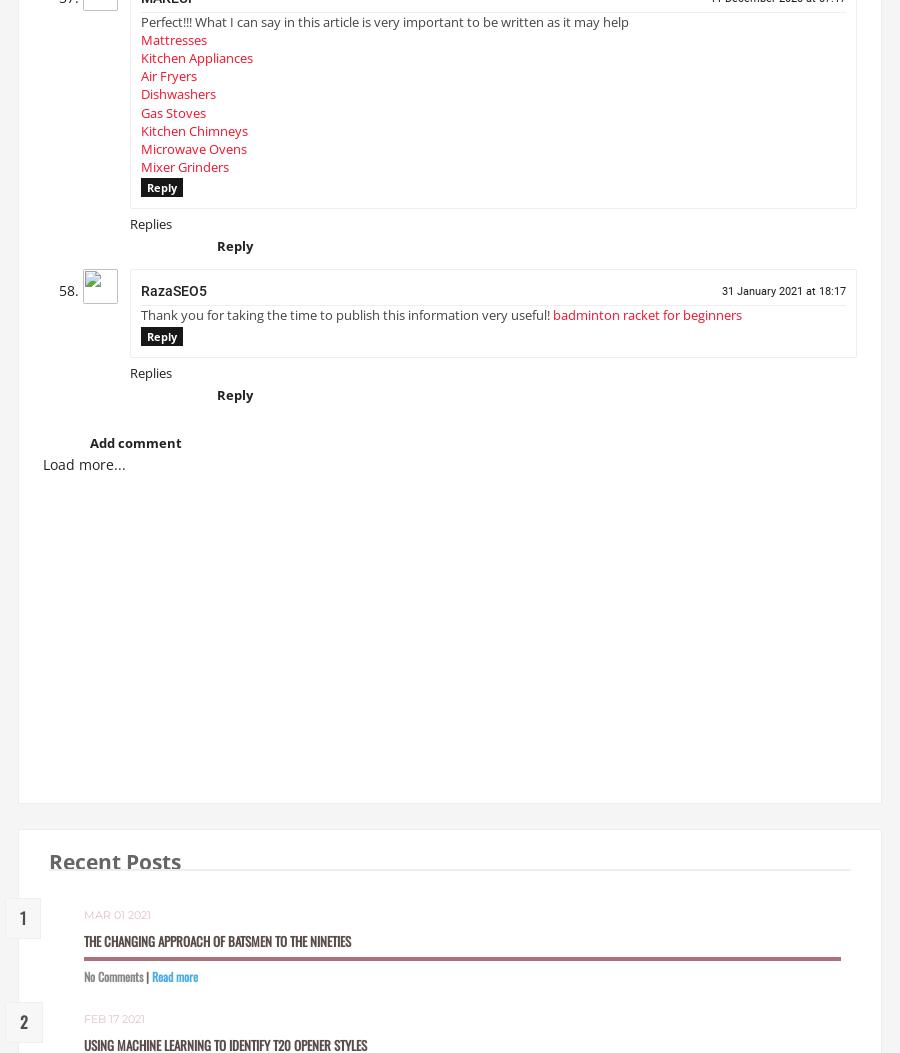 This screenshot has width=900, height=1053. Describe the element at coordinates (141, 28) in the screenshot. I see `'Perfect!!! What I can say in this article is very important to be written as it may help'` at that location.